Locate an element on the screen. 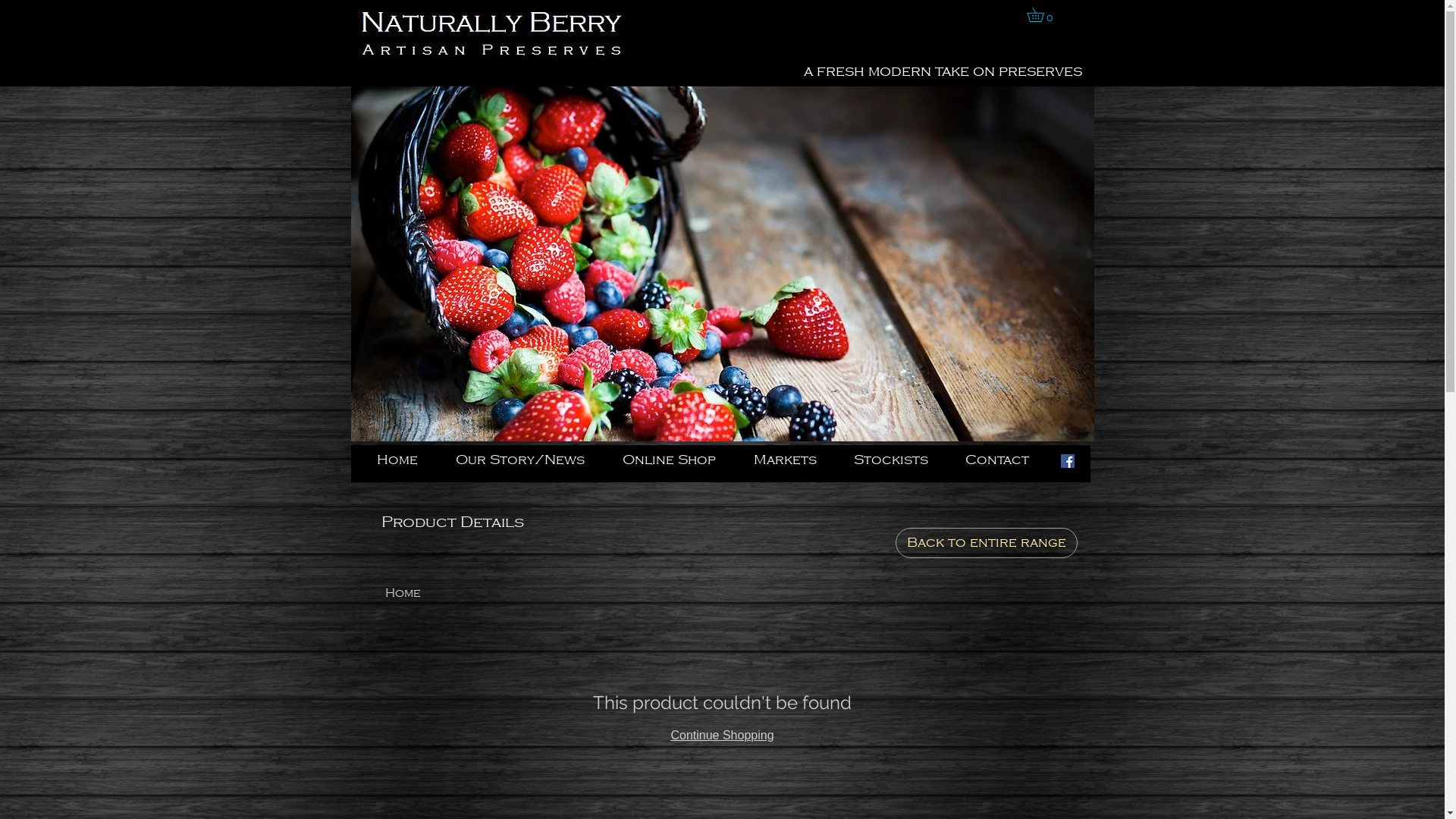 Image resolution: width=1456 pixels, height=819 pixels. 'Continue Shopping' is located at coordinates (720, 734).